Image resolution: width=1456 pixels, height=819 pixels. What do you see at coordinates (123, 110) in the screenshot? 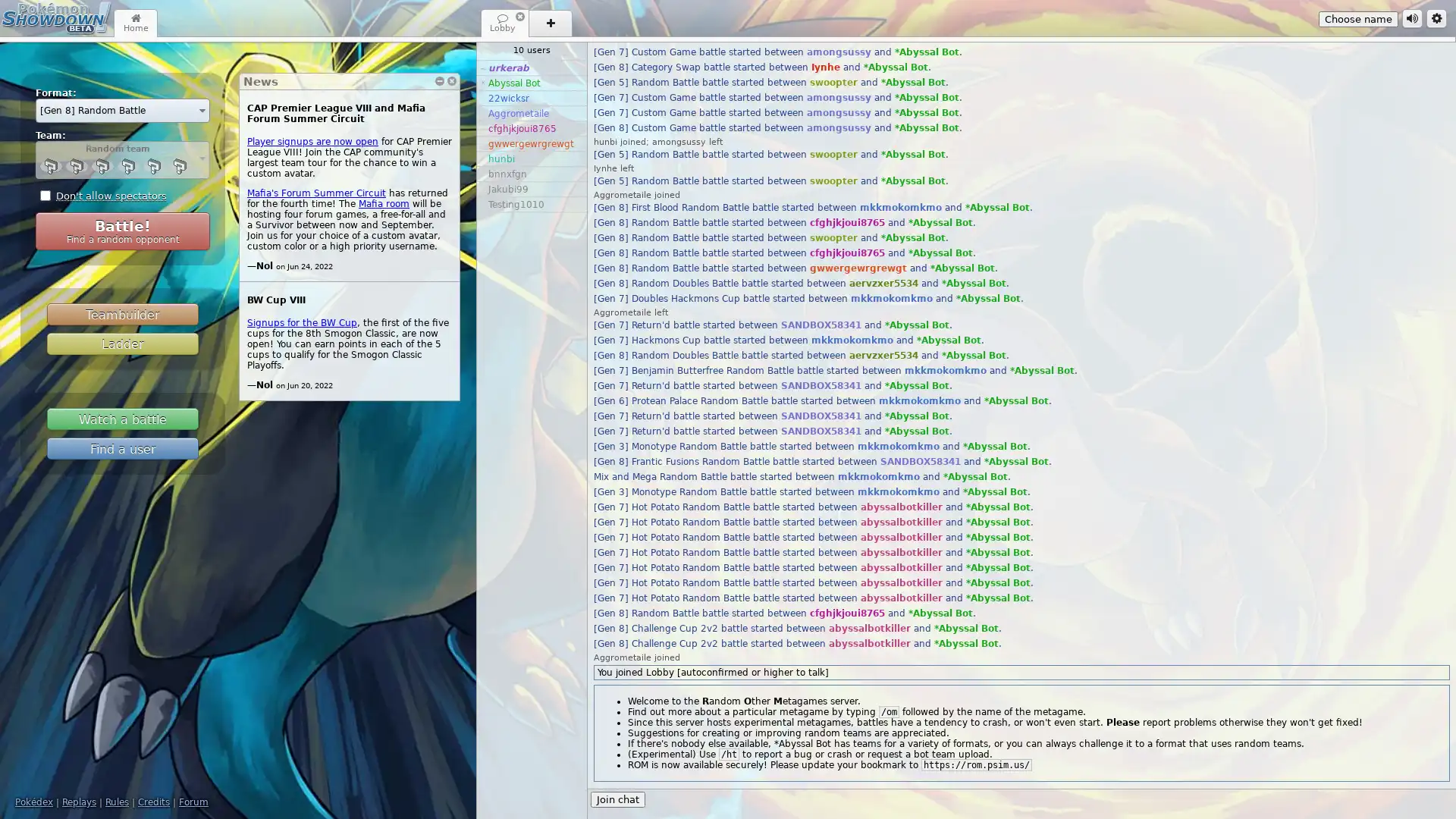
I see `[Gen 8] Random Battle` at bounding box center [123, 110].